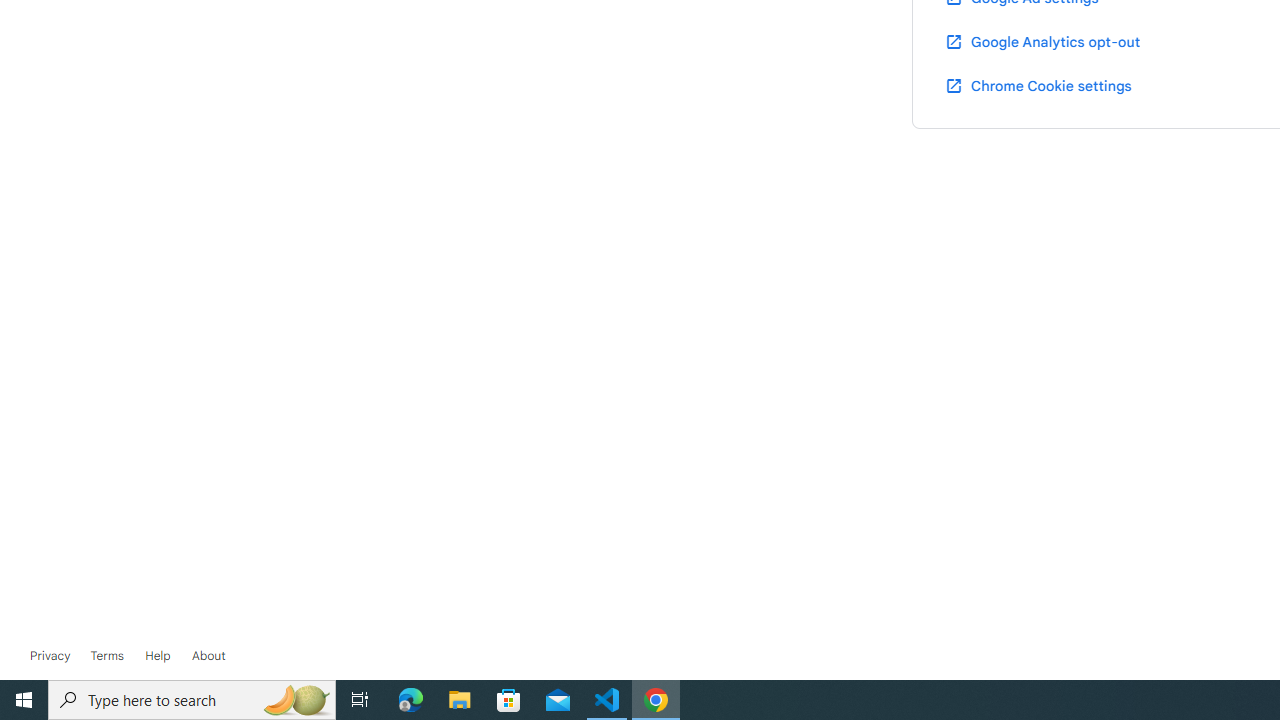 The image size is (1280, 720). Describe the element at coordinates (50, 655) in the screenshot. I see `'Privacy'` at that location.